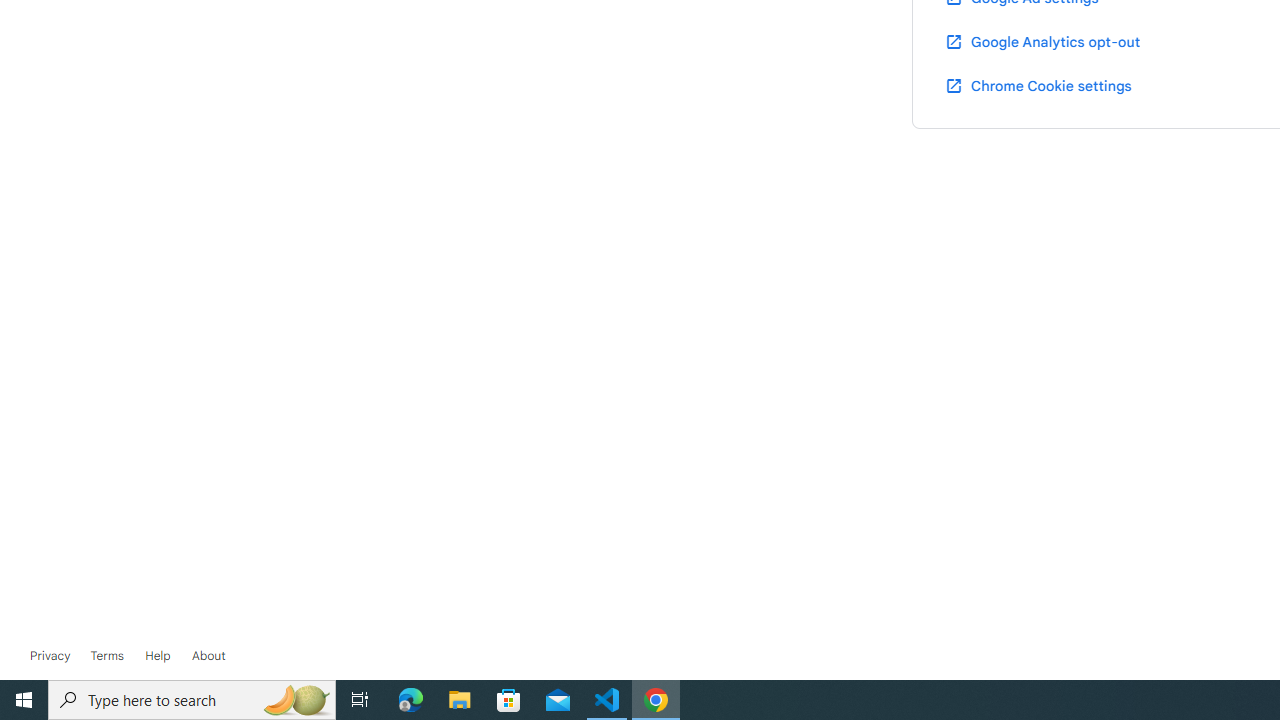 The image size is (1280, 720). Describe the element at coordinates (50, 655) in the screenshot. I see `'Privacy'` at that location.